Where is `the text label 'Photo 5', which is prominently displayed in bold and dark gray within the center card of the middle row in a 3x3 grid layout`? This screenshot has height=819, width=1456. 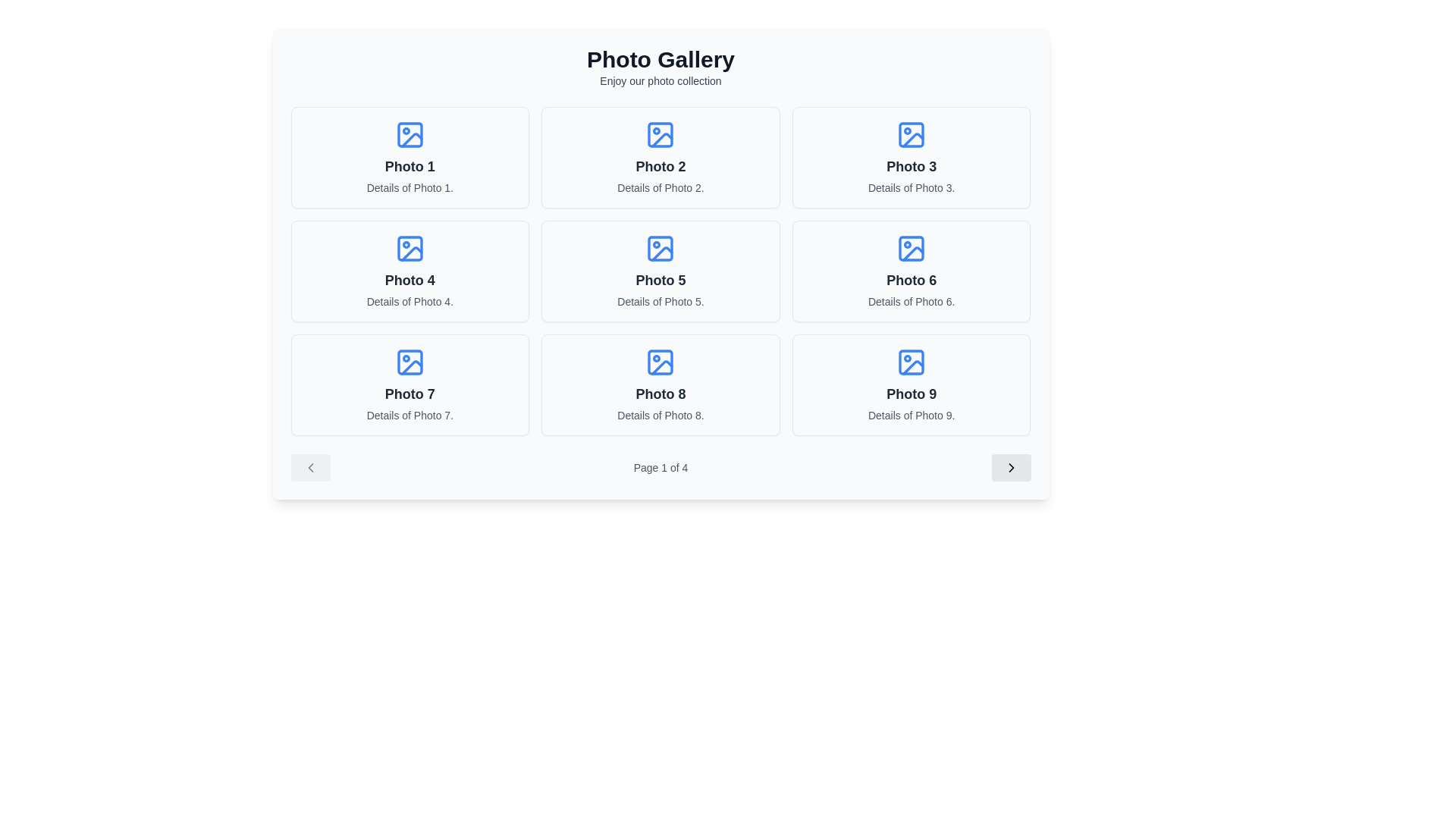 the text label 'Photo 5', which is prominently displayed in bold and dark gray within the center card of the middle row in a 3x3 grid layout is located at coordinates (661, 281).